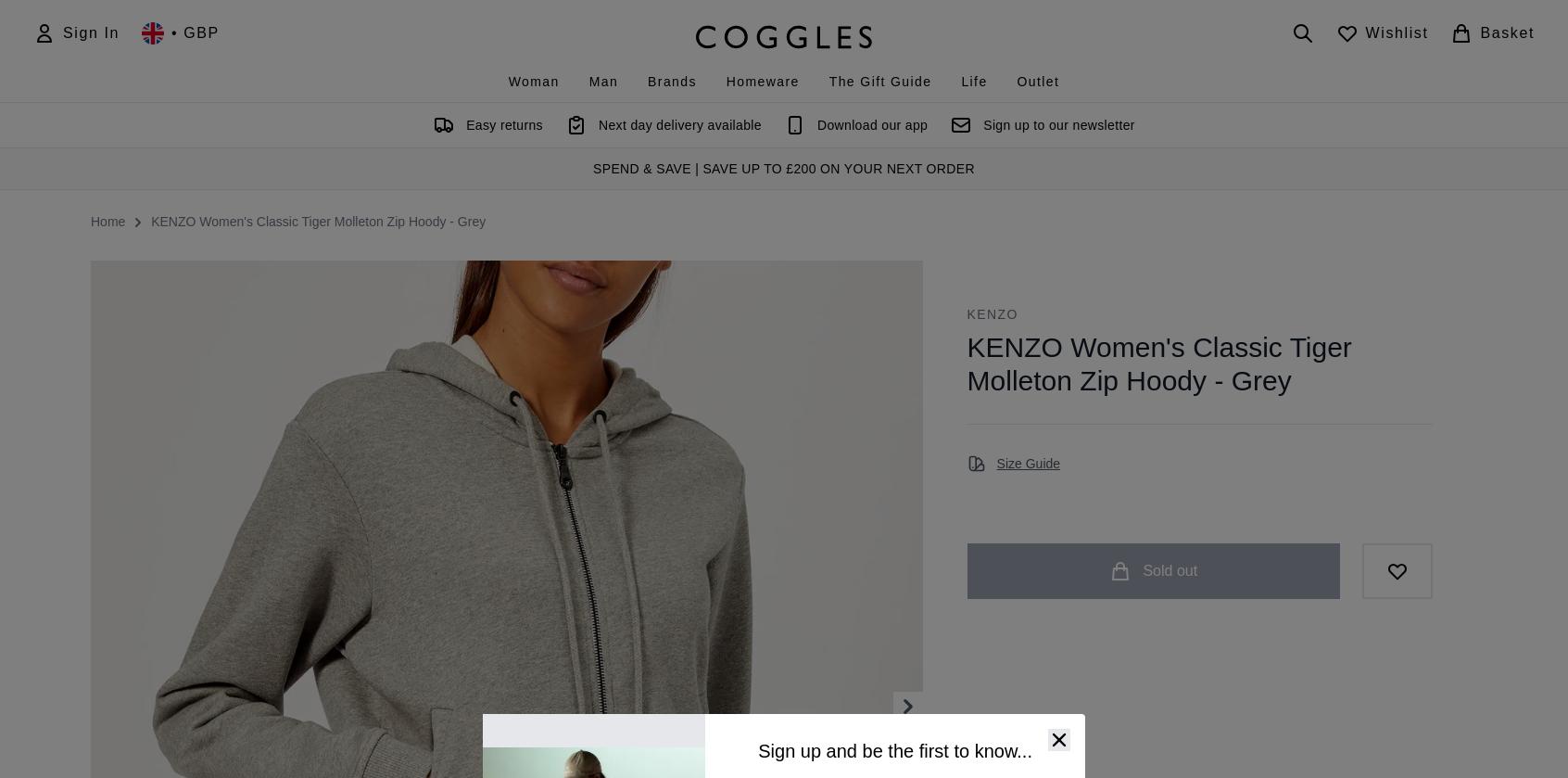  Describe the element at coordinates (1479, 32) in the screenshot. I see `'Basket'` at that location.